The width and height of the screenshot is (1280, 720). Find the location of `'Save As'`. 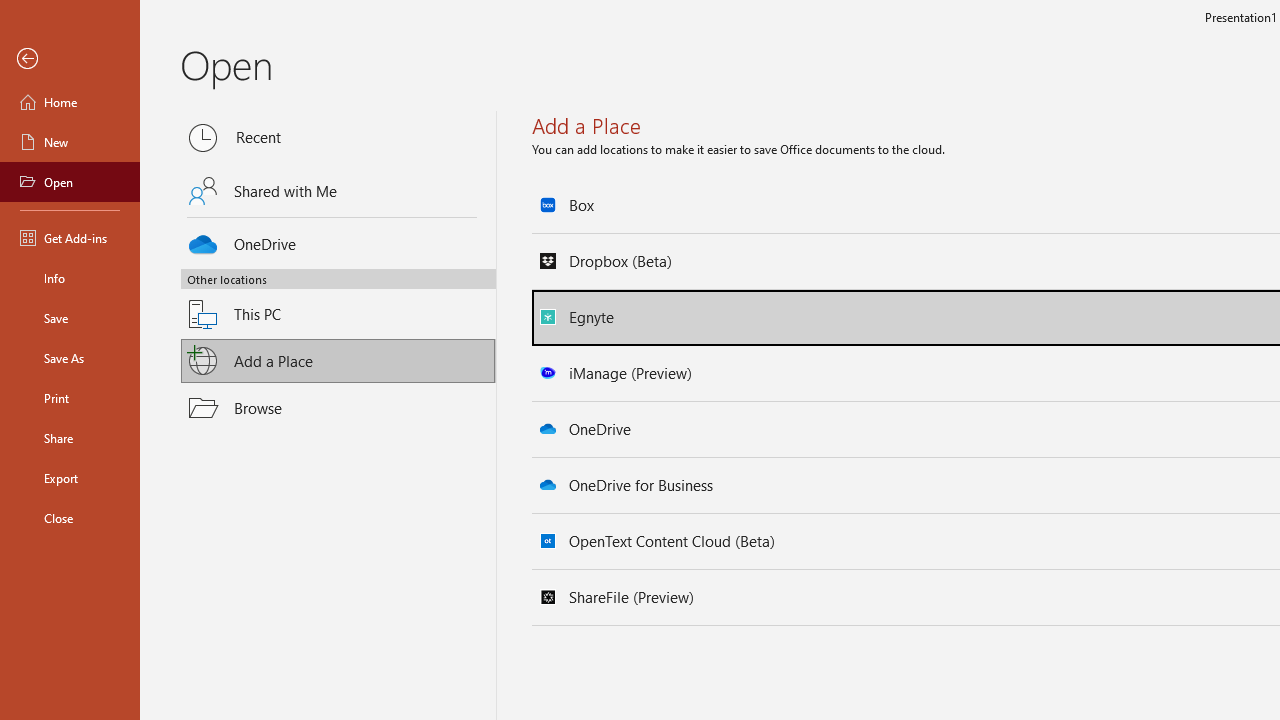

'Save As' is located at coordinates (69, 356).